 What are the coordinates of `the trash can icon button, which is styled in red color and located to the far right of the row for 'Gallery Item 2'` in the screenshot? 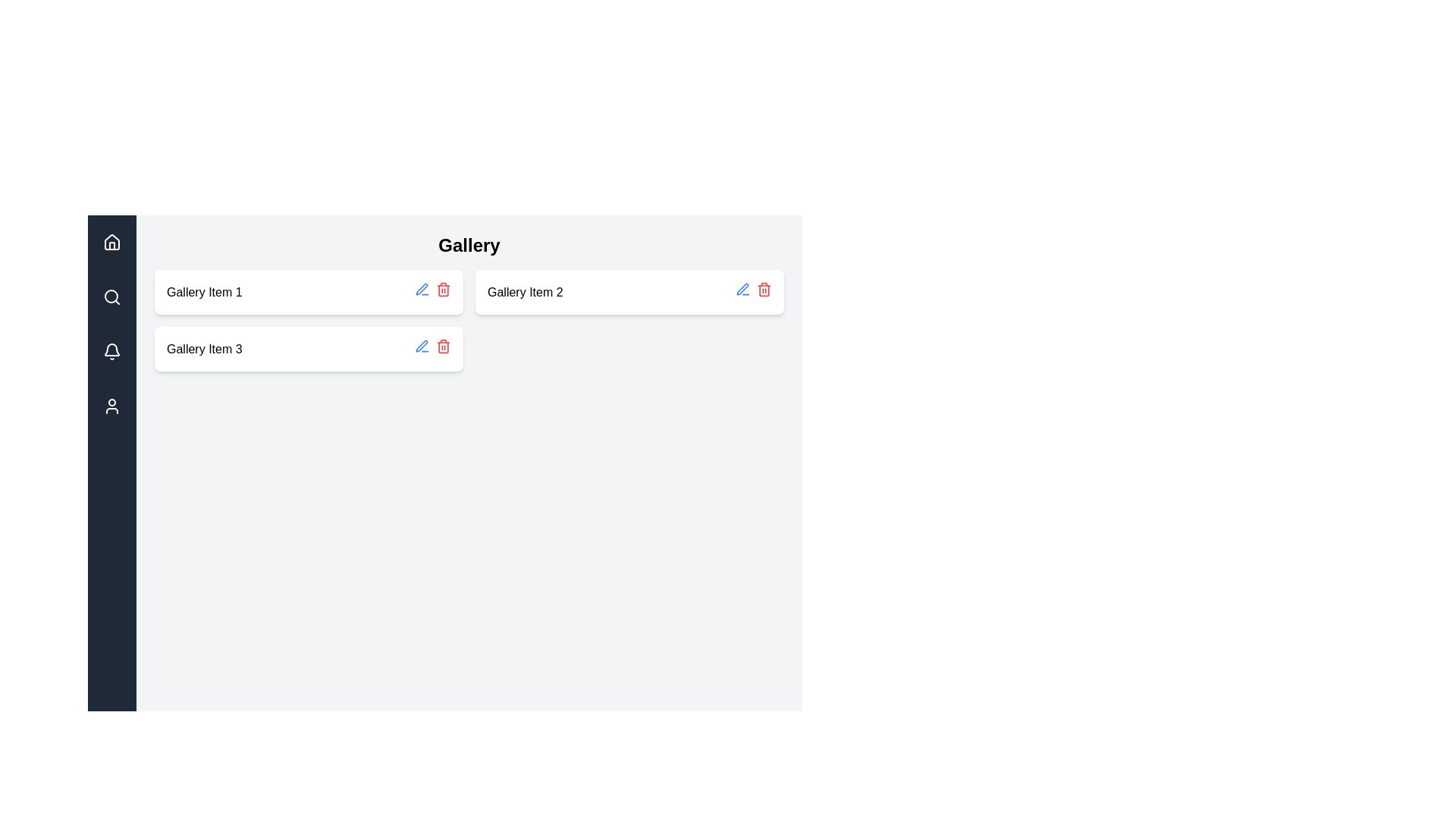 It's located at (764, 289).